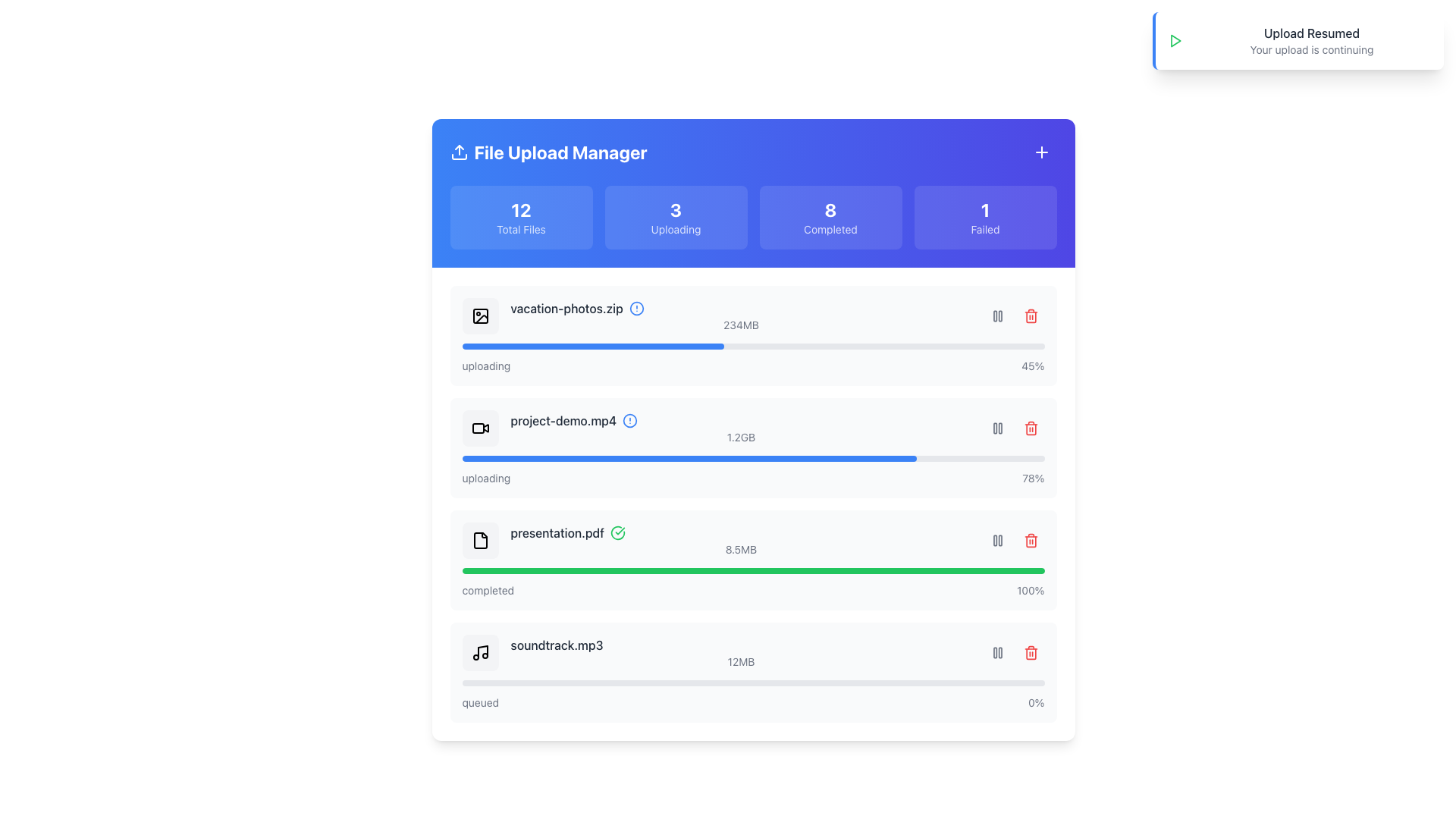  Describe the element at coordinates (458, 157) in the screenshot. I see `the upload tray icon located at the top left of the interface, adjacent to the 'File Upload Manager' text, which resembles a rectangular base with two vertical lines extending upward` at that location.